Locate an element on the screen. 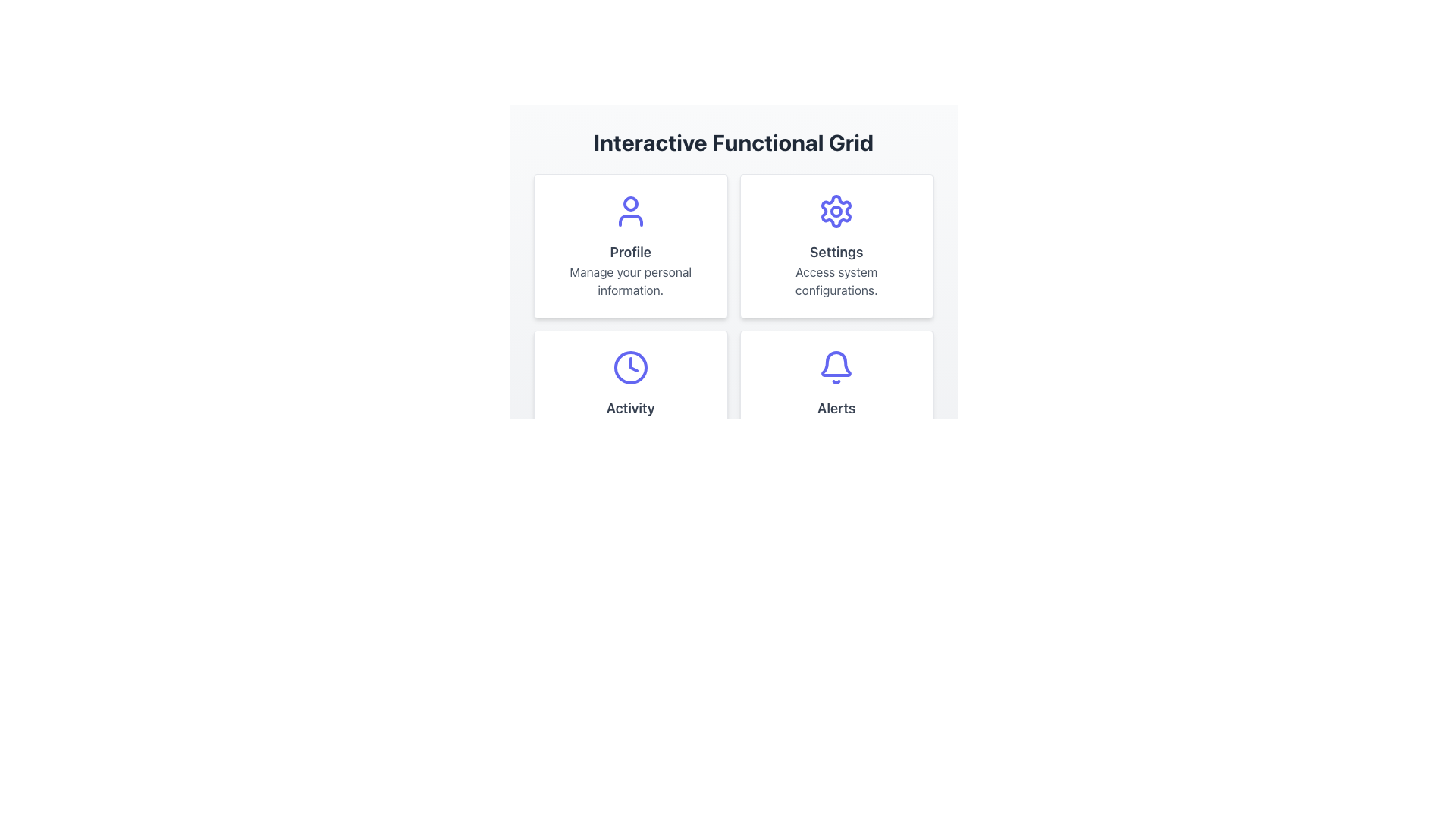  the text label providing additional descriptive information about the 'Settings' feature, which is positioned under the 'Settings' heading and aligned with the gear icon is located at coordinates (836, 281).